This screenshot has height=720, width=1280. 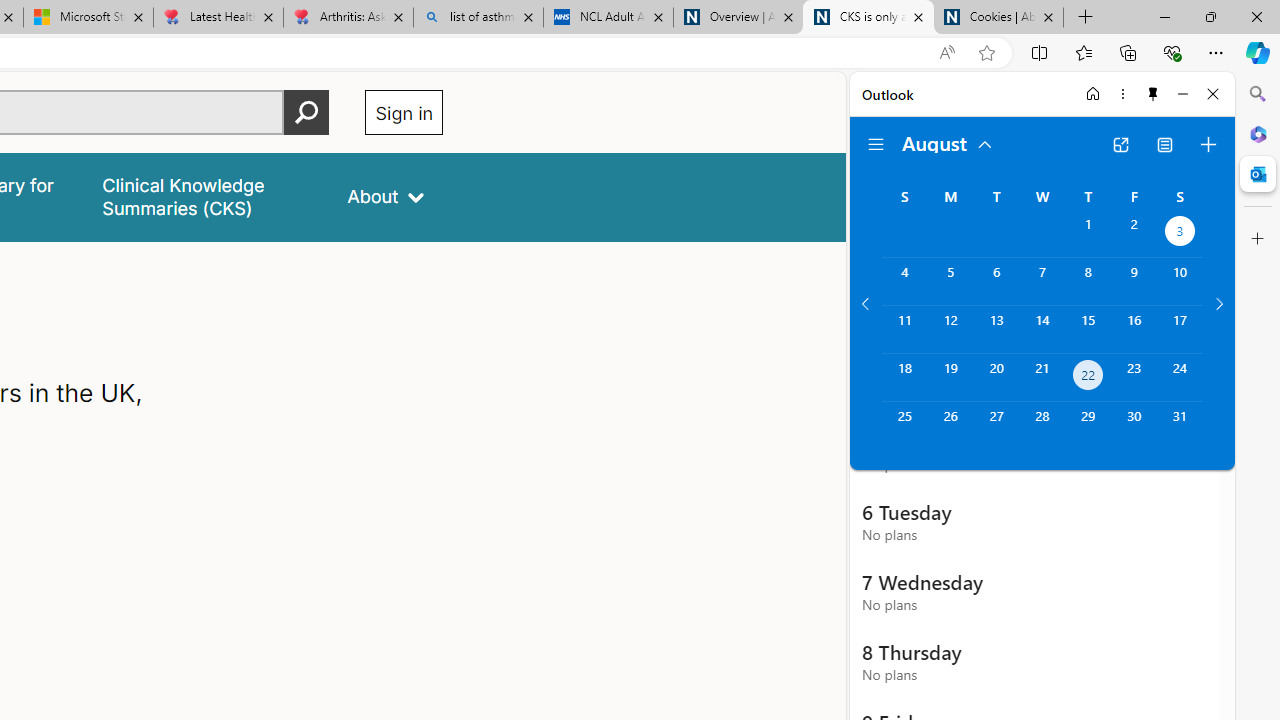 What do you see at coordinates (1041, 377) in the screenshot?
I see `'Wednesday, August 21, 2024. '` at bounding box center [1041, 377].